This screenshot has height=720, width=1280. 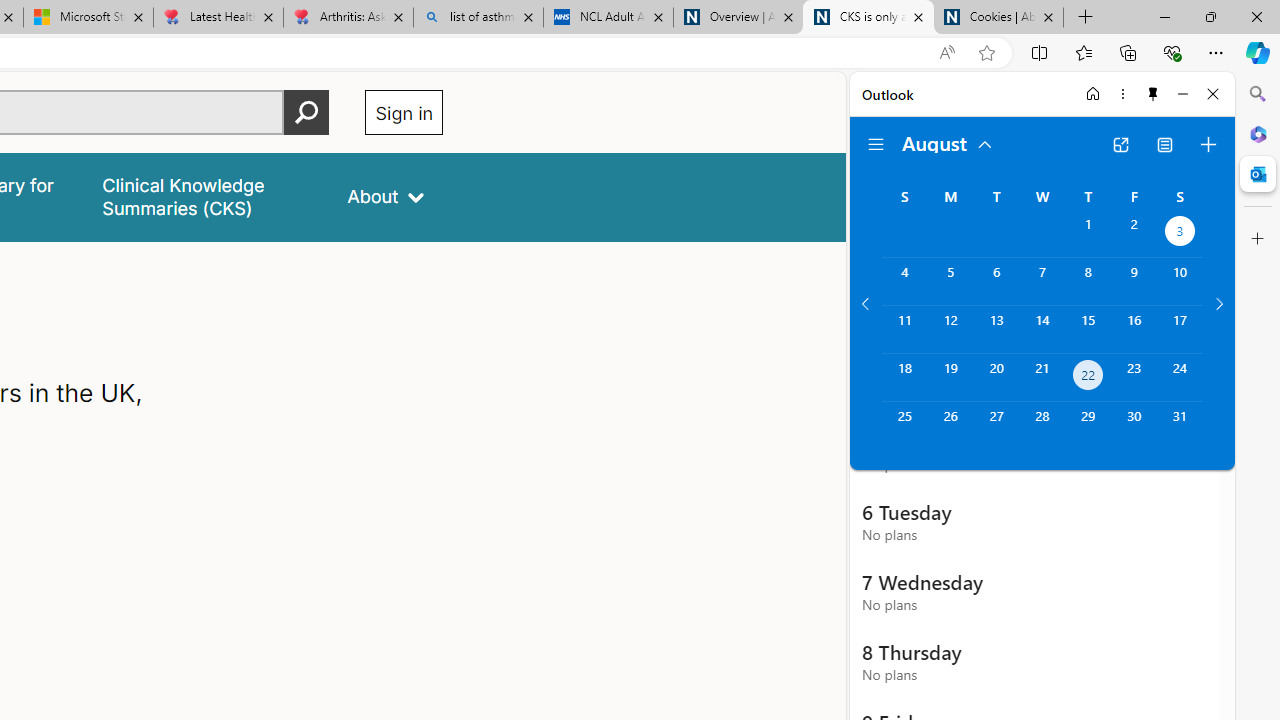 What do you see at coordinates (1041, 377) in the screenshot?
I see `'Wednesday, August 21, 2024. '` at bounding box center [1041, 377].